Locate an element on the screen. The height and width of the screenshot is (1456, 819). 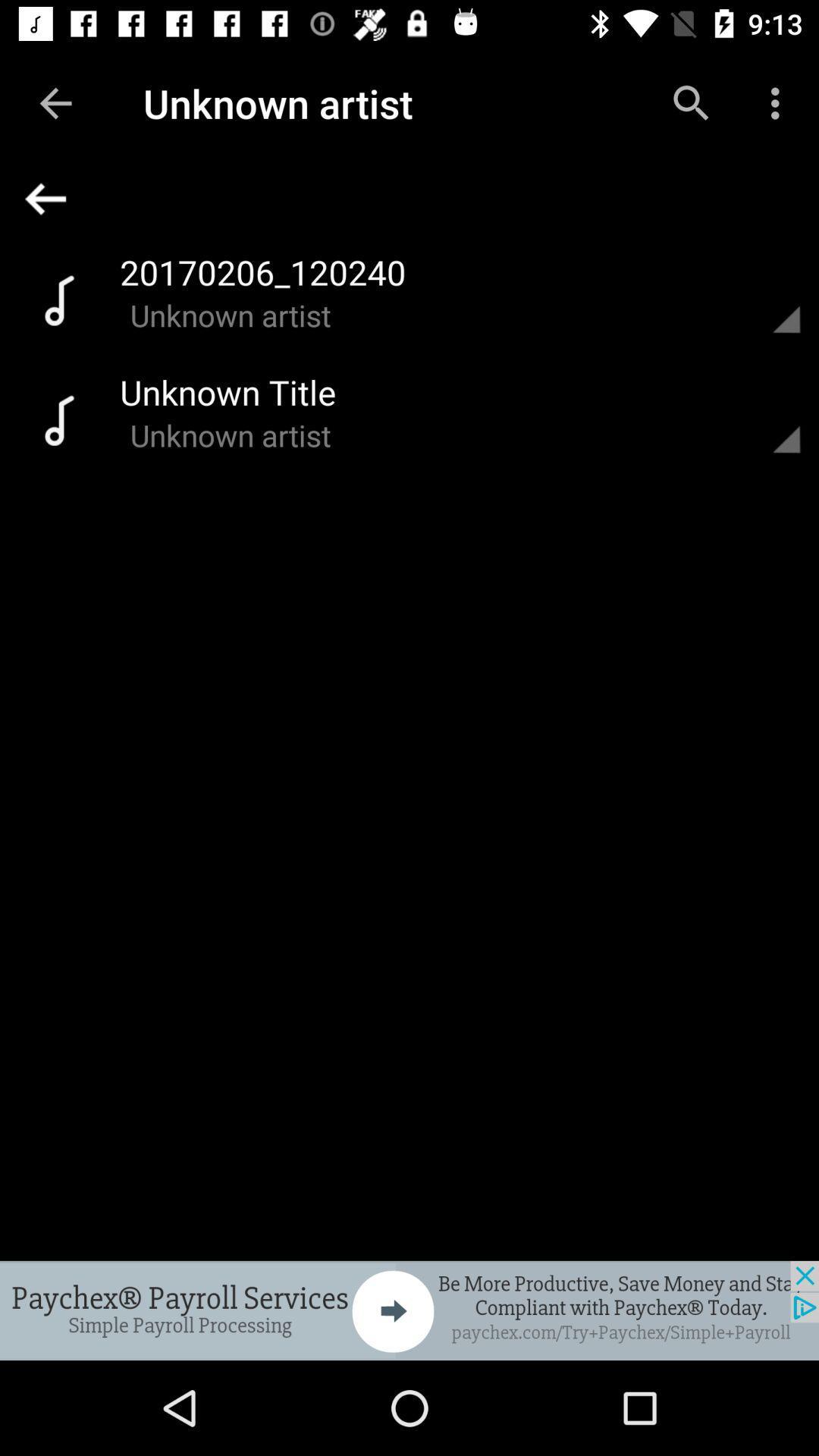
advertisement is located at coordinates (409, 1310).